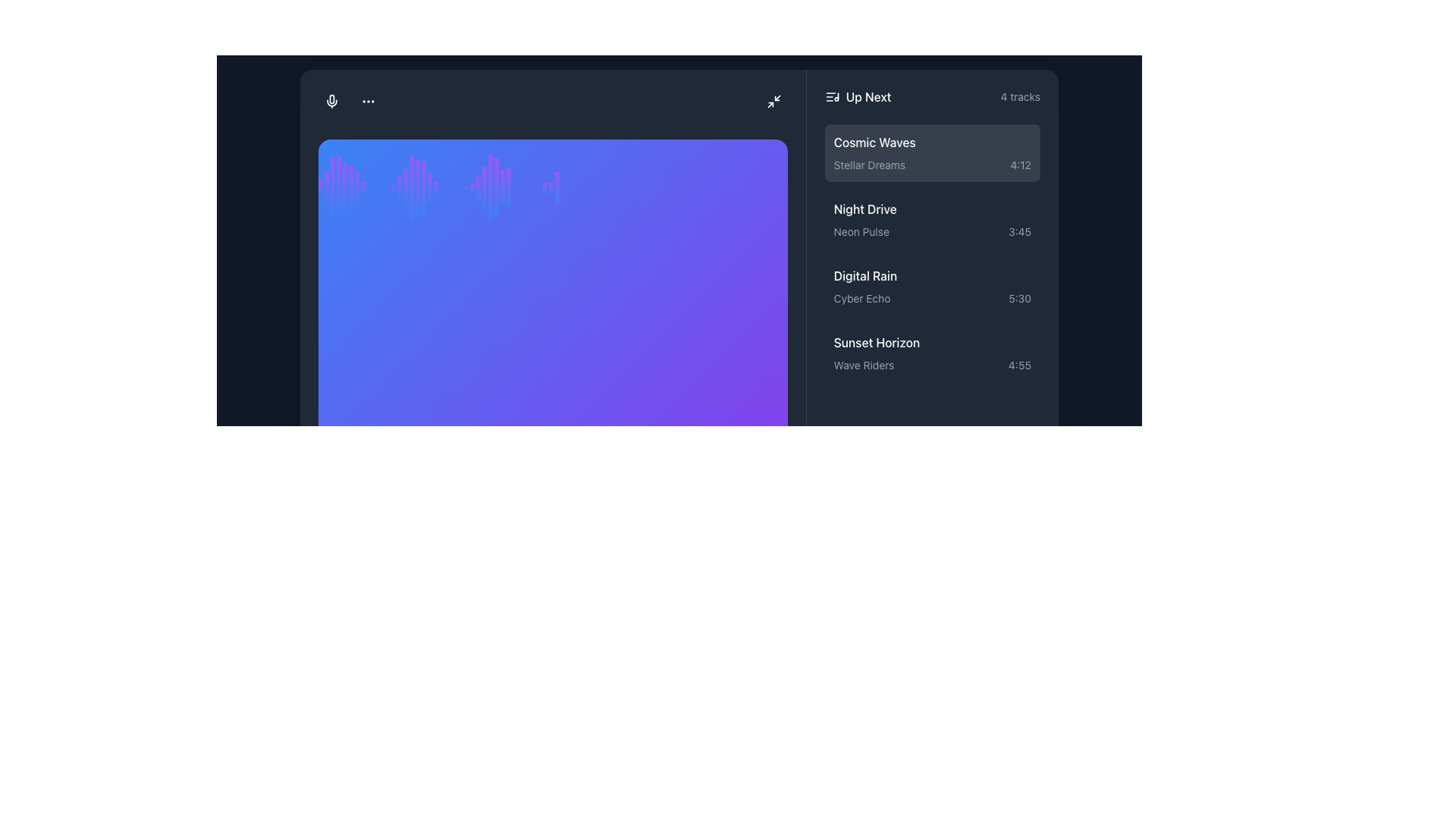 Image resolution: width=1456 pixels, height=819 pixels. I want to click on the 29th visual waveform bar, so click(483, 187).